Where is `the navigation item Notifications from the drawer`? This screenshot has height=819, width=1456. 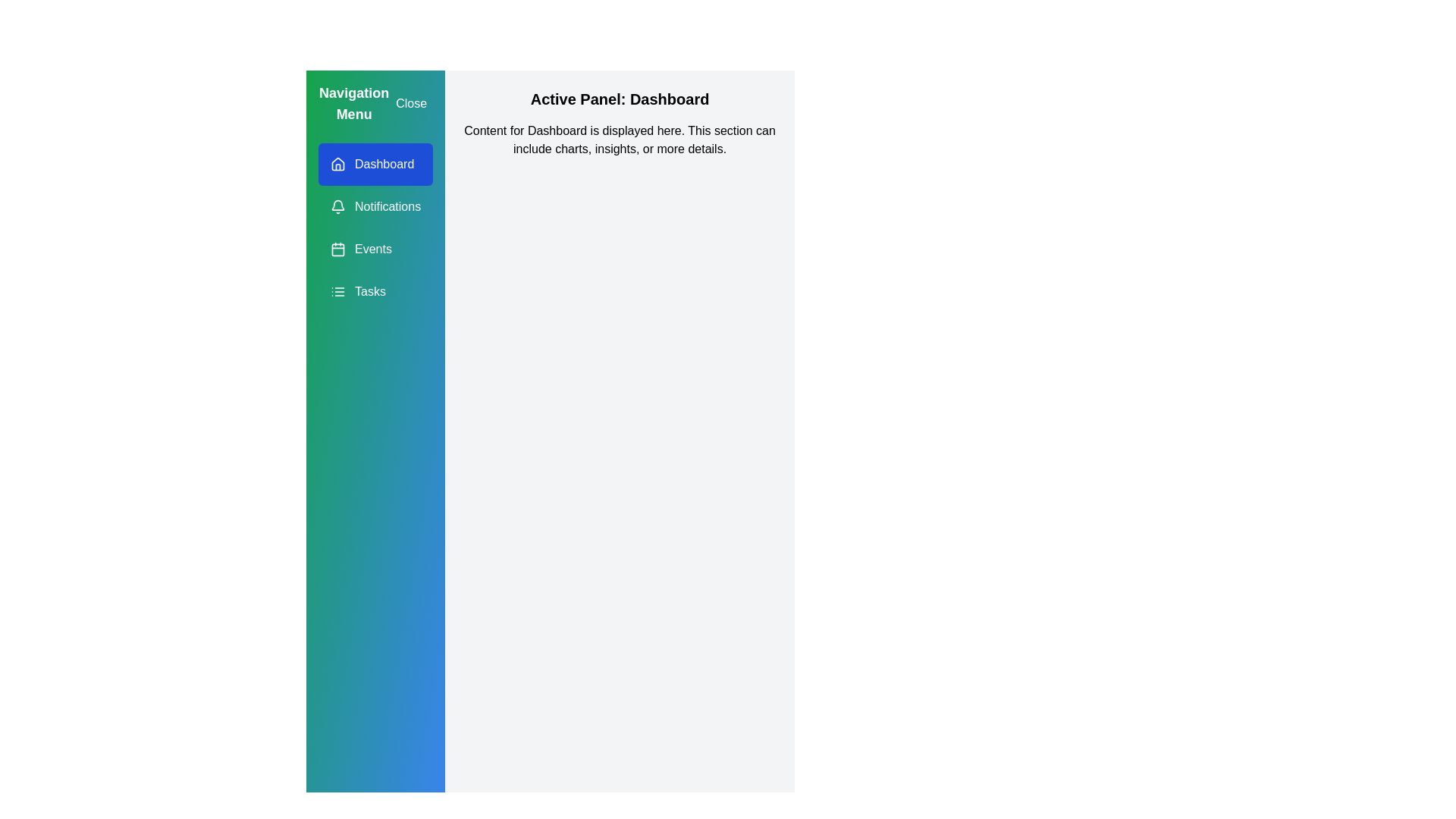
the navigation item Notifications from the drawer is located at coordinates (375, 207).